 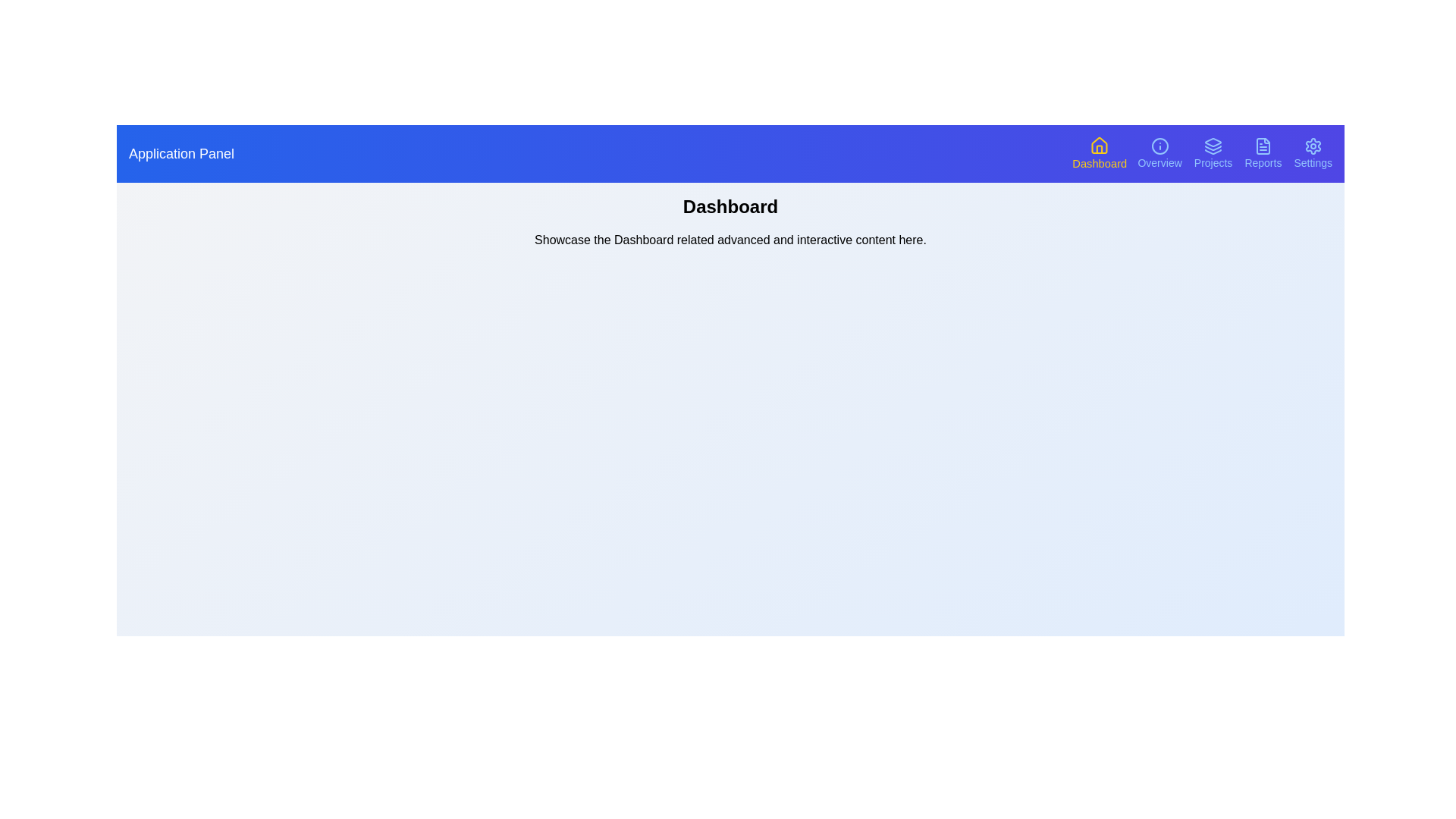 What do you see at coordinates (1100, 154) in the screenshot?
I see `the navigation button corresponding to Dashboard` at bounding box center [1100, 154].